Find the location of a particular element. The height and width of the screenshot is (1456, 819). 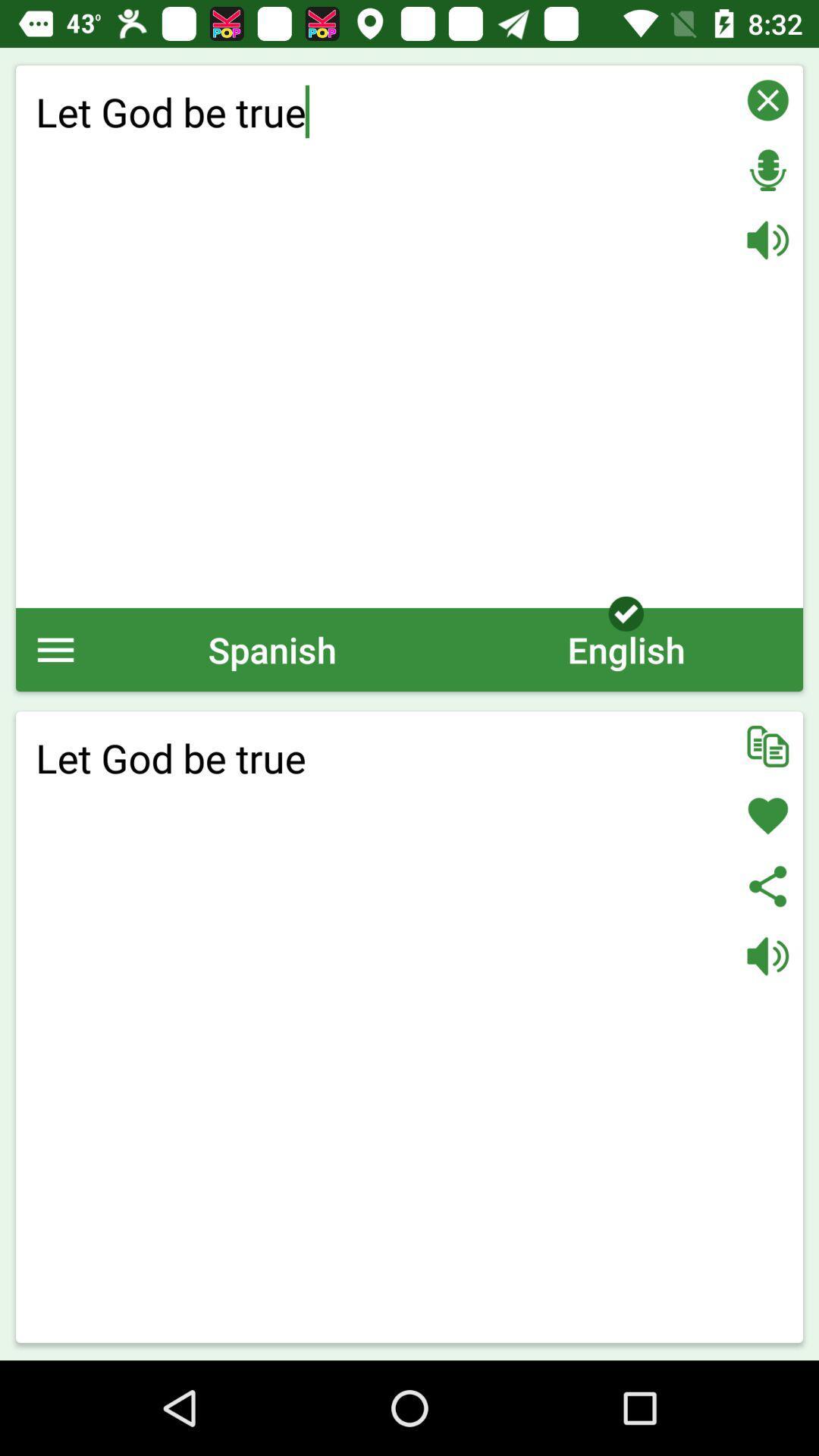

listen to the translation is located at coordinates (767, 955).